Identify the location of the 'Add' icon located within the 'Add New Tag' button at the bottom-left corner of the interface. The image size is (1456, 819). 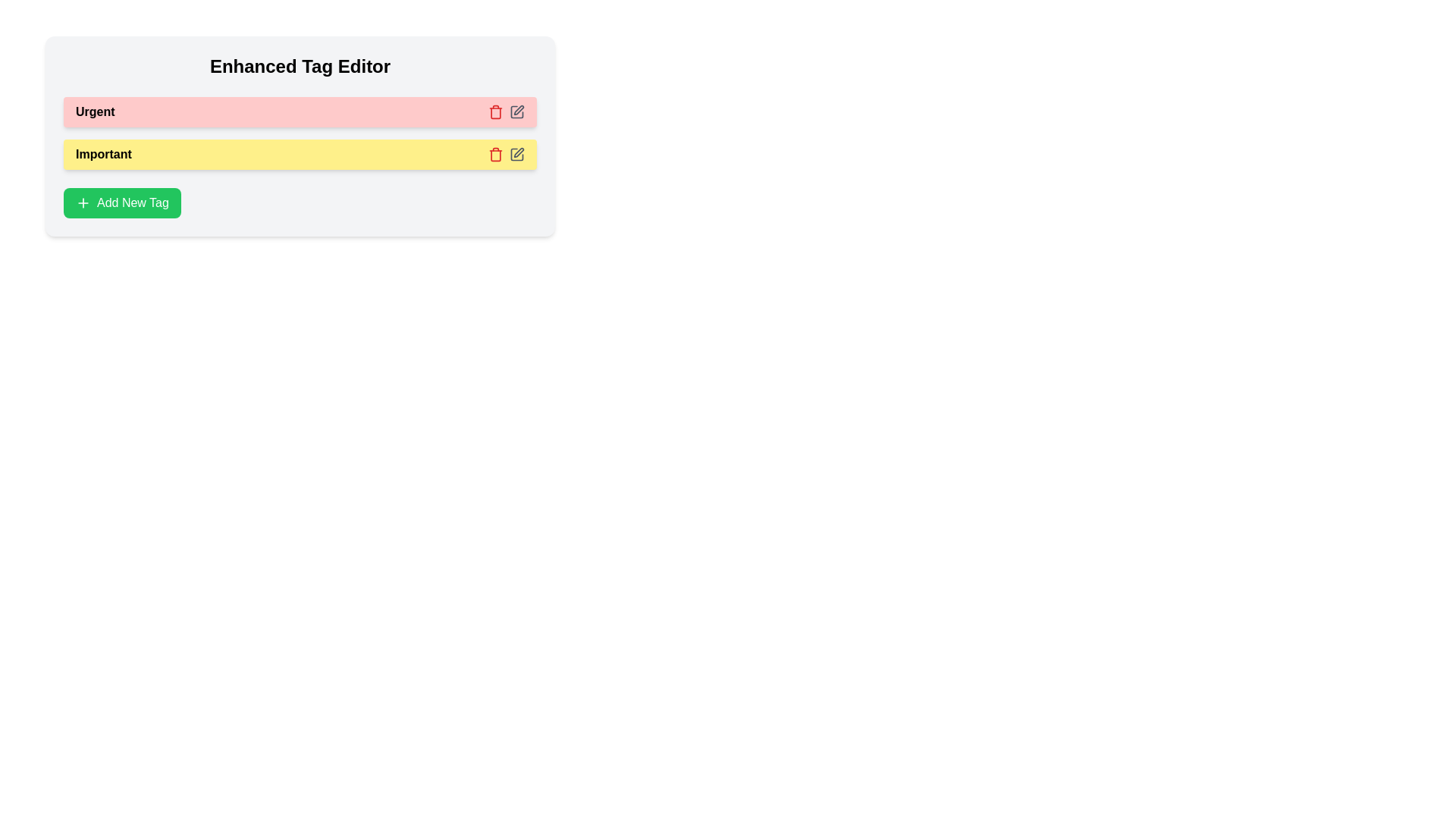
(83, 202).